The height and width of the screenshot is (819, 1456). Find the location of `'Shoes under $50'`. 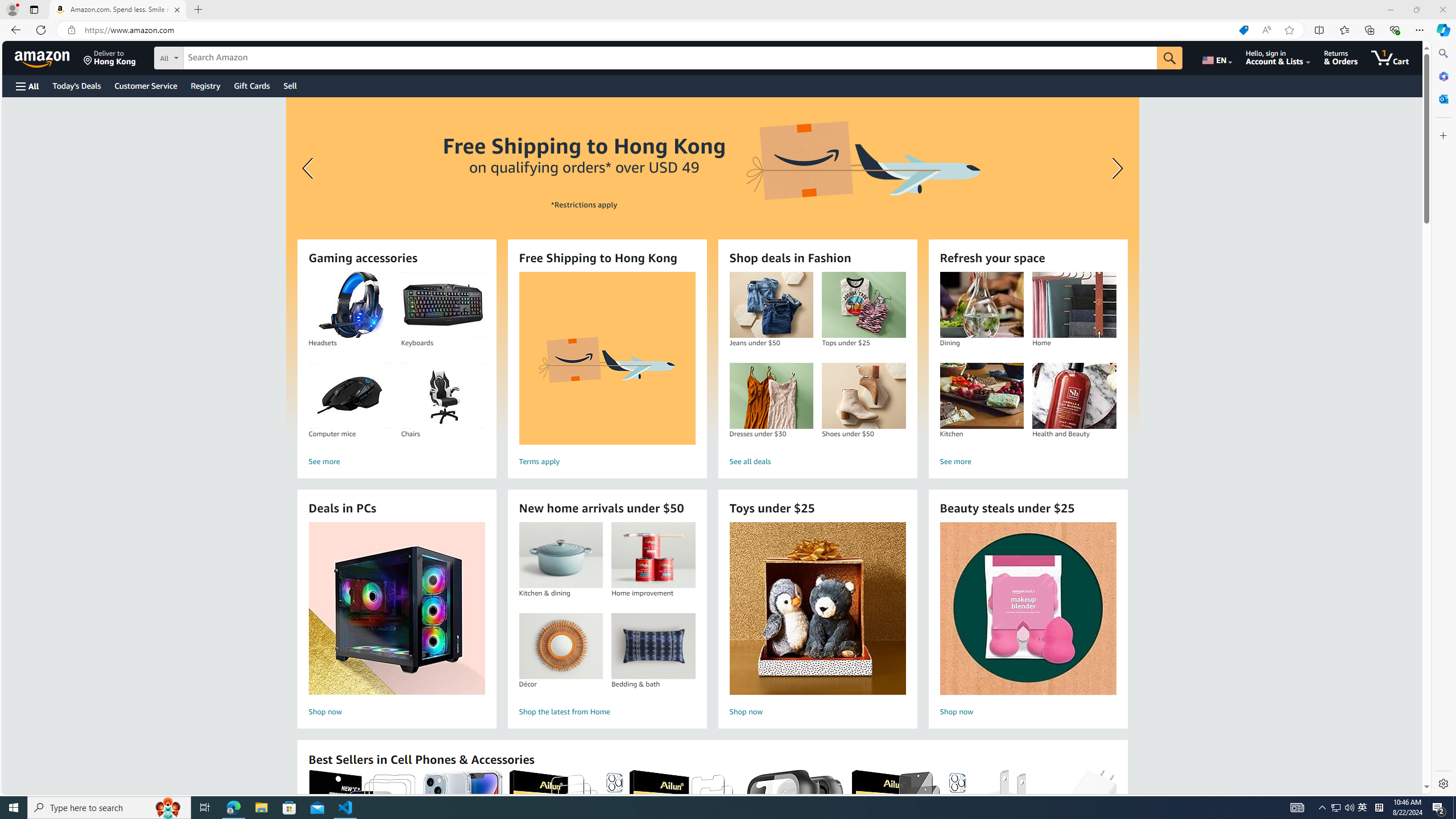

'Shoes under $50' is located at coordinates (864, 396).